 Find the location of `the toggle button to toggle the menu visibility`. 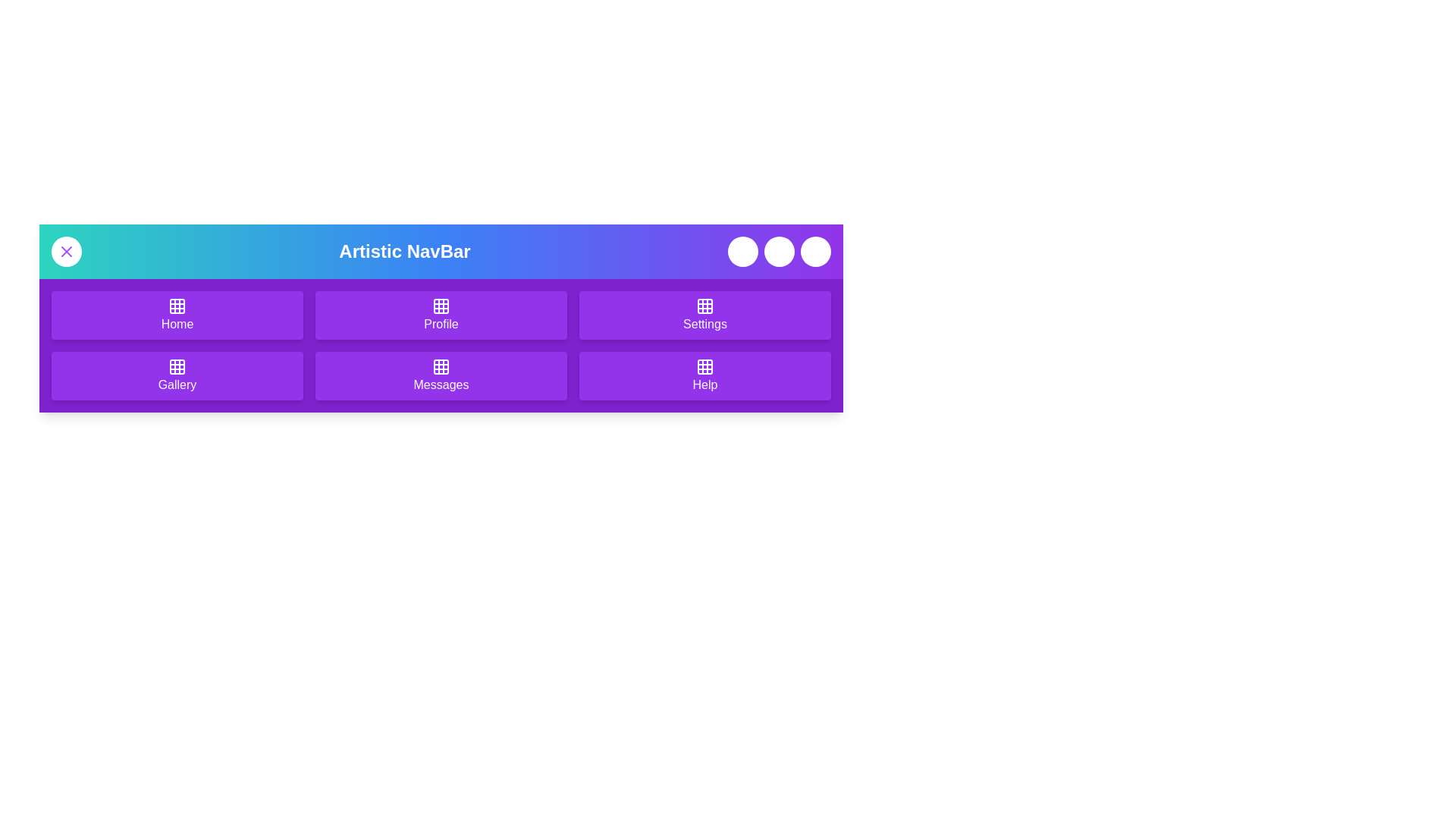

the toggle button to toggle the menu visibility is located at coordinates (65, 250).